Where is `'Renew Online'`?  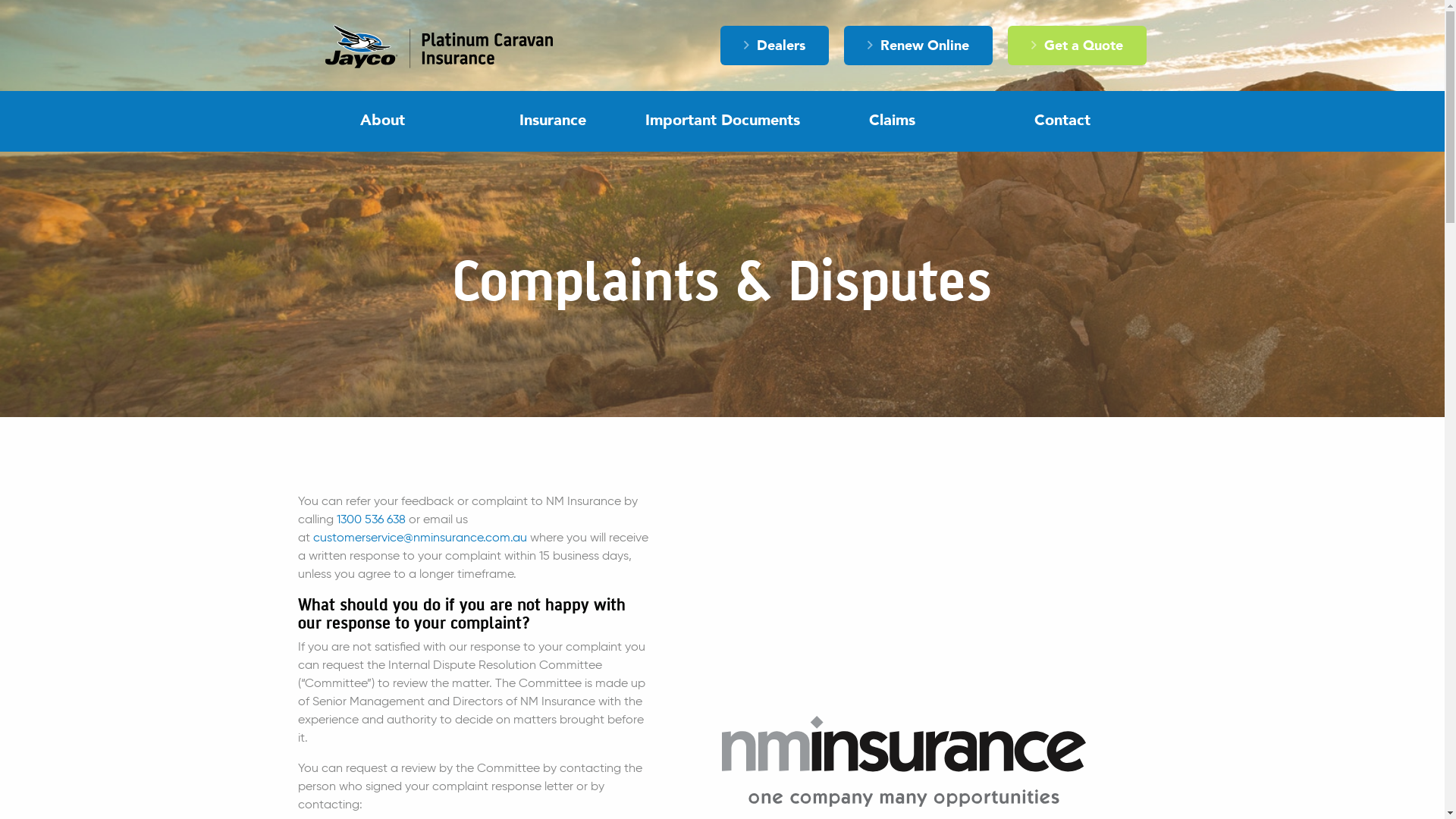
'Renew Online' is located at coordinates (917, 45).